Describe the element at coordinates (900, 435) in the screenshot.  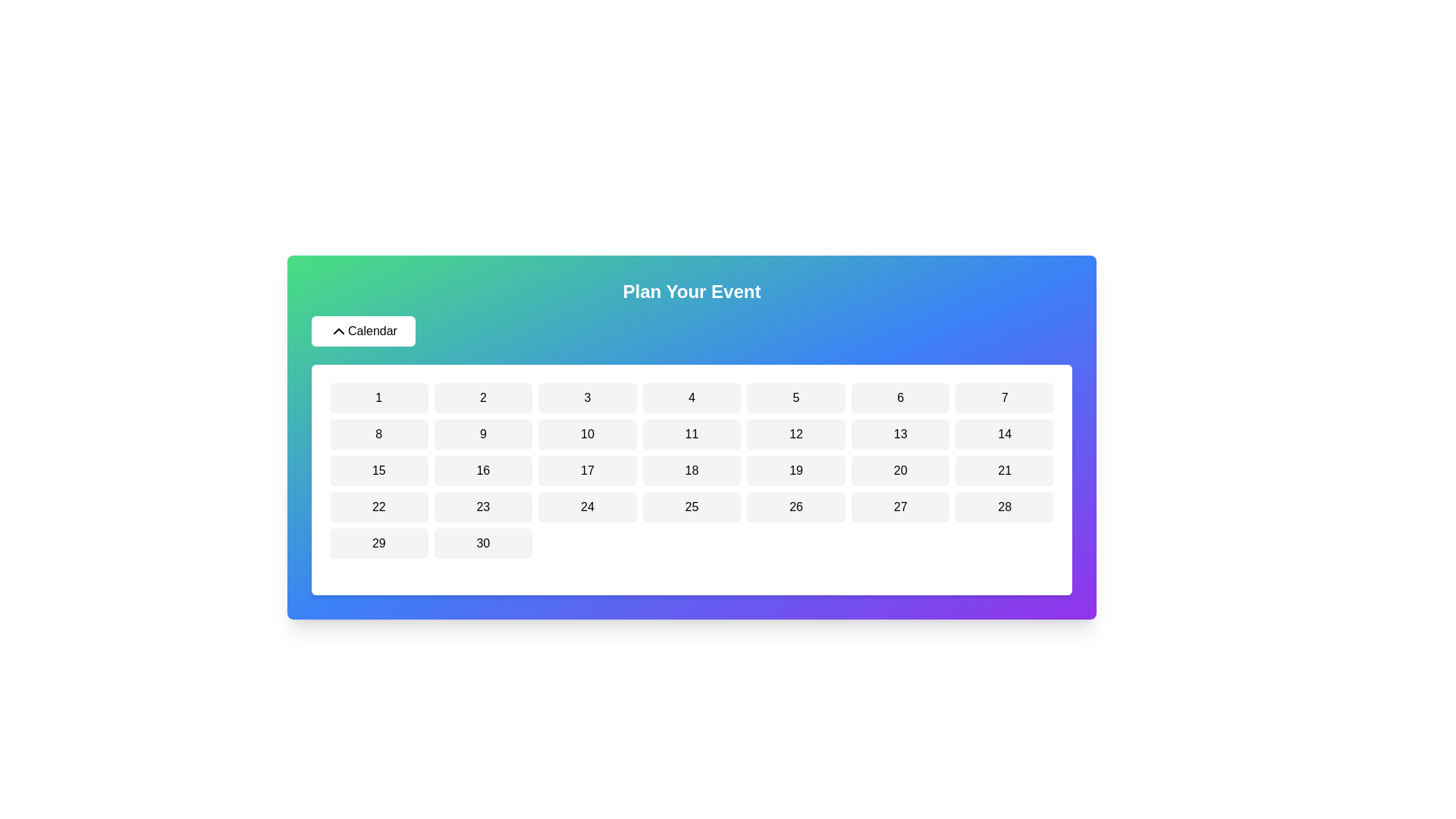
I see `the button in the second row and sixth column` at that location.